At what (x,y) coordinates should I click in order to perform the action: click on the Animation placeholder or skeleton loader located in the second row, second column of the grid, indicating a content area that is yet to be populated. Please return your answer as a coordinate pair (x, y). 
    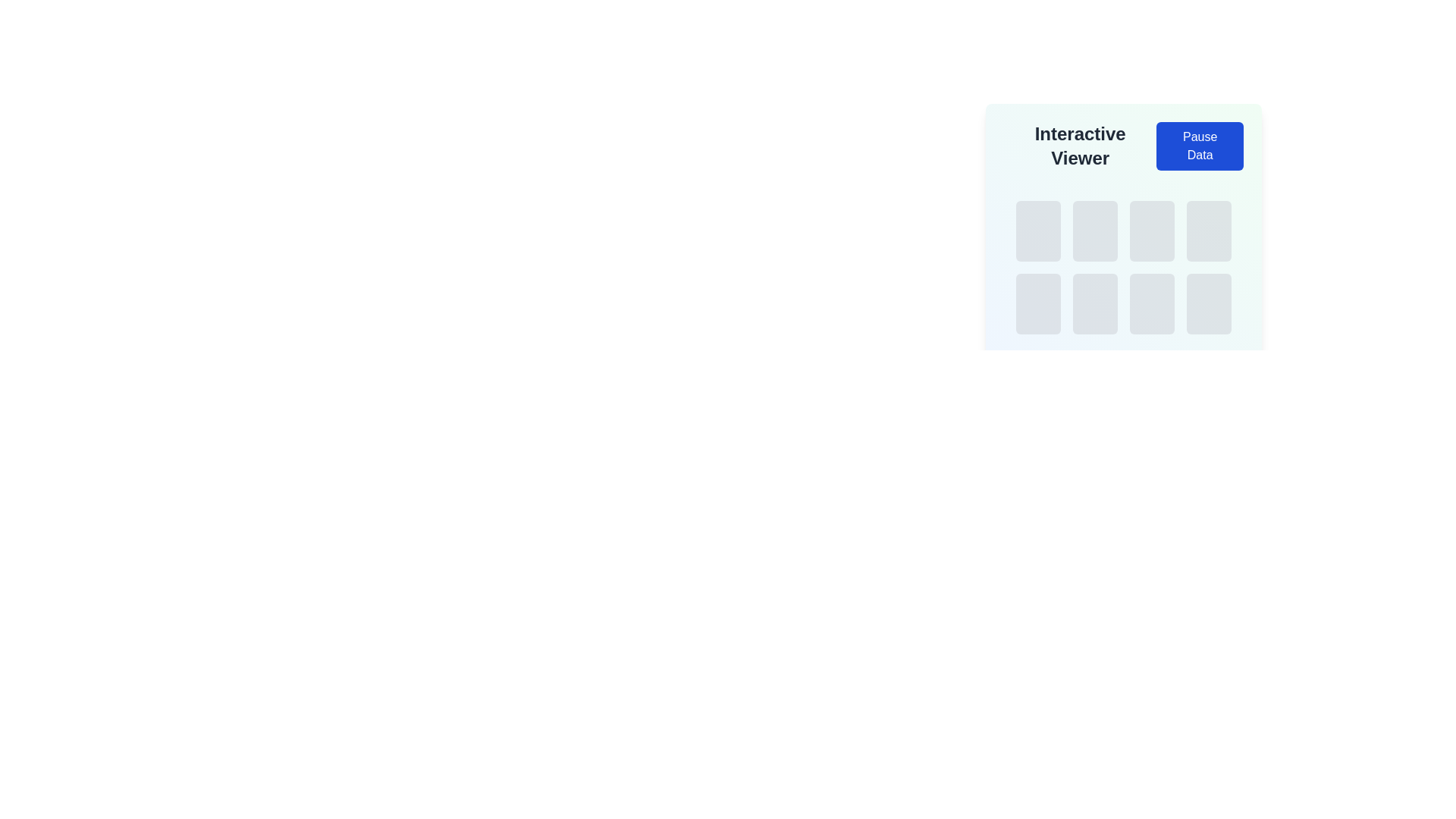
    Looking at the image, I should click on (1095, 304).